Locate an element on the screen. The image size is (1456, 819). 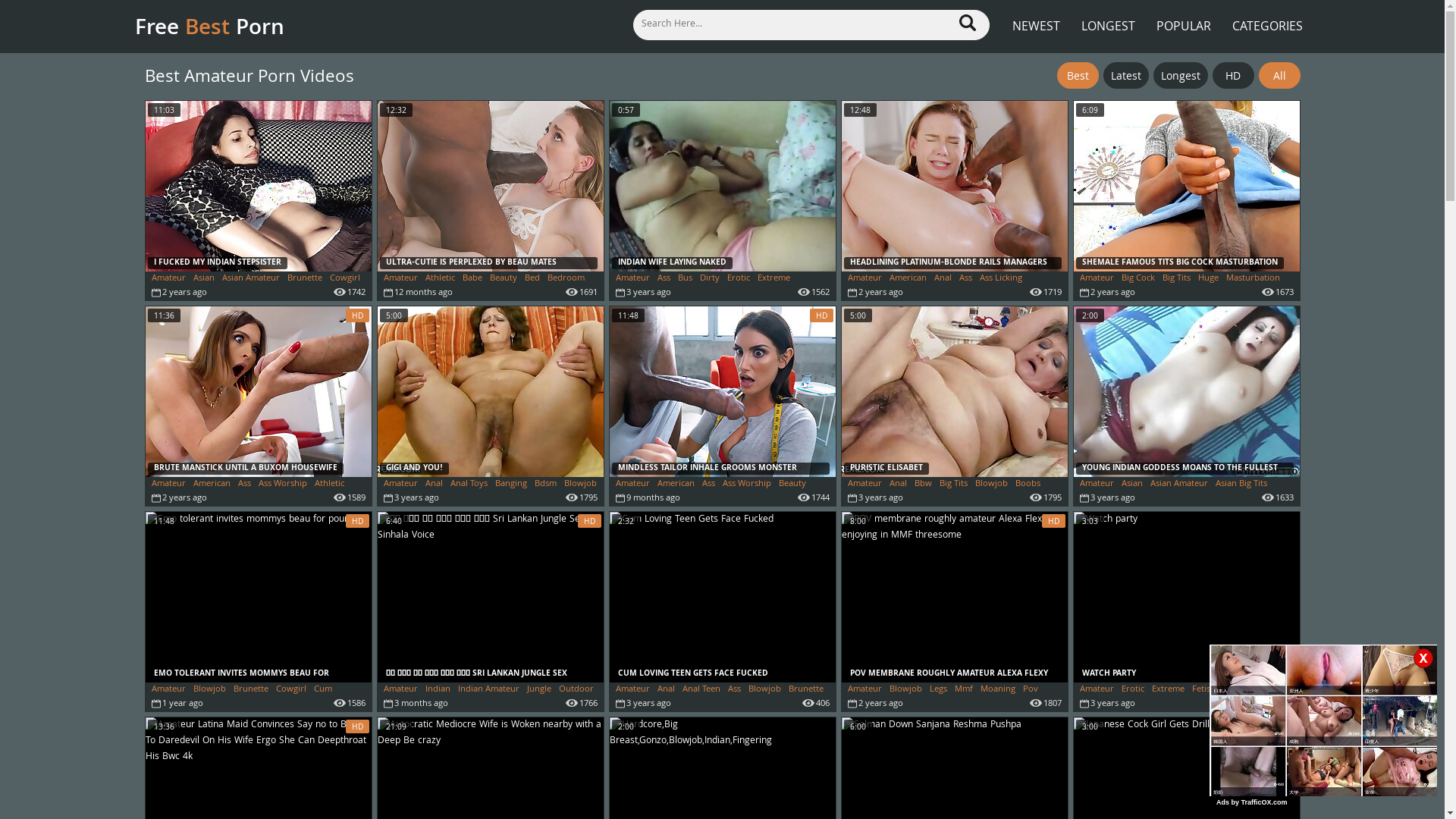
'Ass To Mouth' is located at coordinates (874, 291).